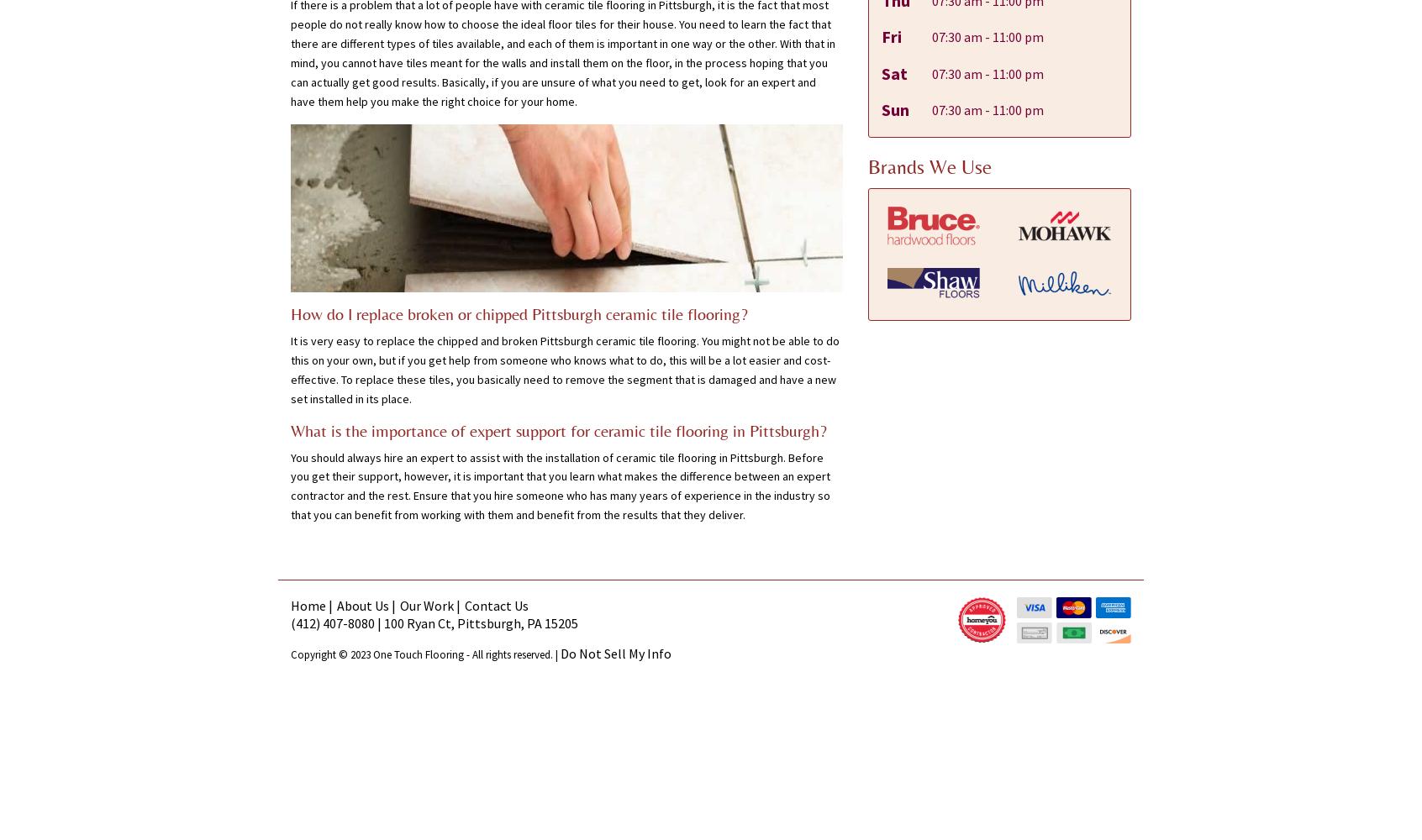 The height and width of the screenshot is (840, 1422). I want to click on 'Brands We Use', so click(929, 165).